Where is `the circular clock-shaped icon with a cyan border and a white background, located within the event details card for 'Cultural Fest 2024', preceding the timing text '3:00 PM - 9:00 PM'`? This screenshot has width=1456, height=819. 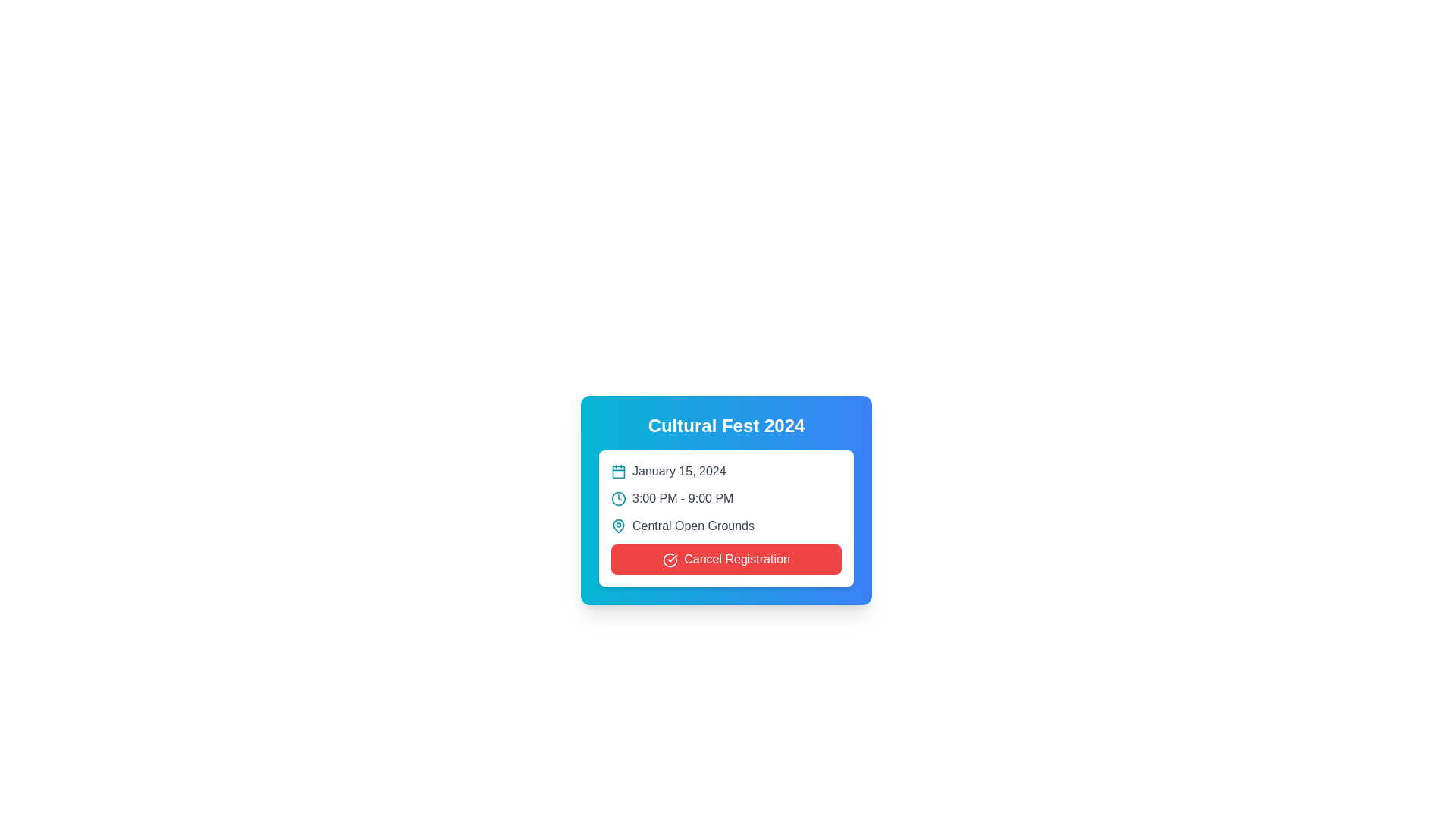
the circular clock-shaped icon with a cyan border and a white background, located within the event details card for 'Cultural Fest 2024', preceding the timing text '3:00 PM - 9:00 PM' is located at coordinates (619, 499).